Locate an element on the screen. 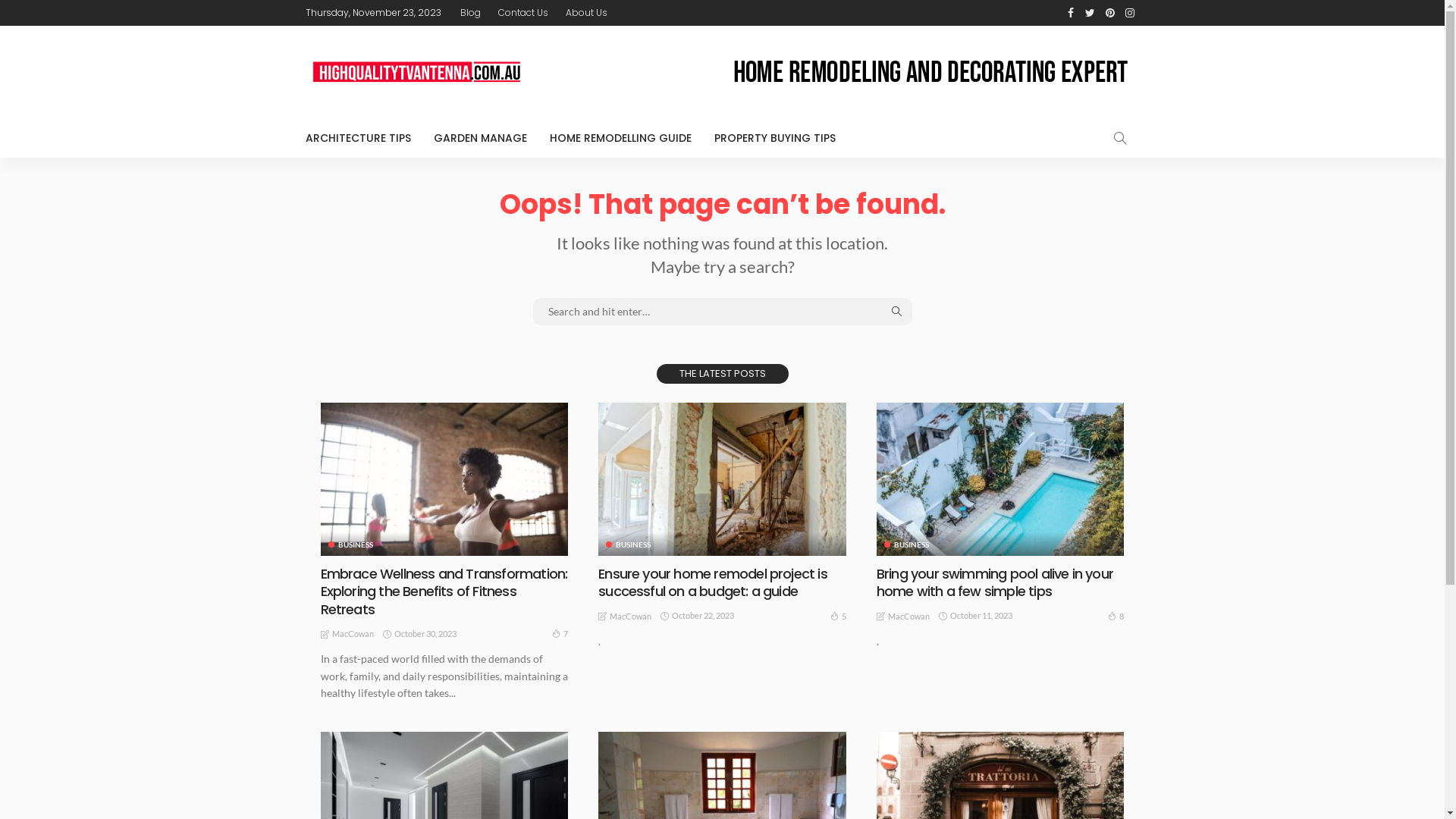 The width and height of the screenshot is (1456, 819). 'search for:' is located at coordinates (720, 311).